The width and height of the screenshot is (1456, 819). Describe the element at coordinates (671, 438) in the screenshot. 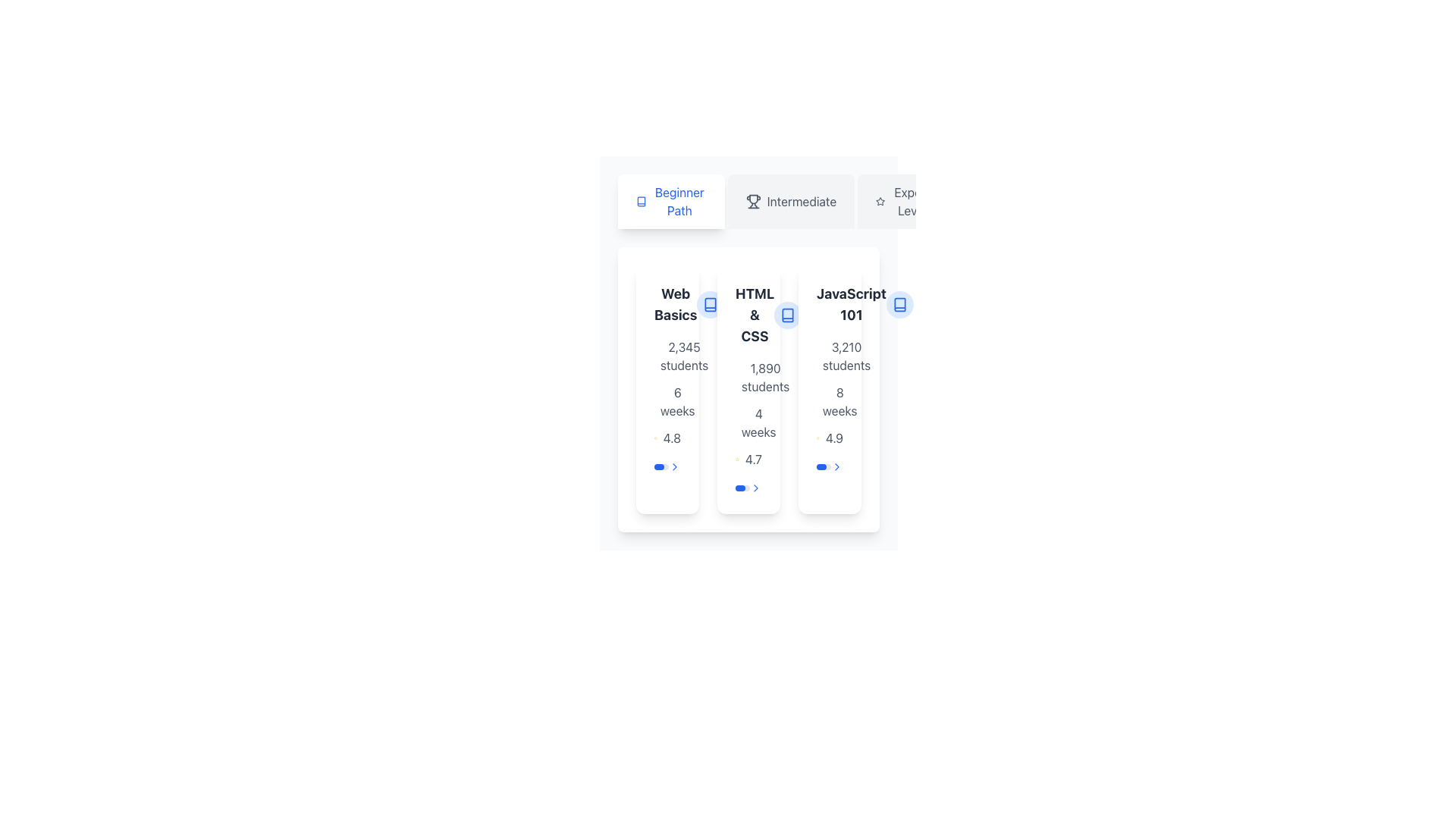

I see `the static text displaying the numerical rating score for the course located under the 'HTML & CSS' section` at that location.